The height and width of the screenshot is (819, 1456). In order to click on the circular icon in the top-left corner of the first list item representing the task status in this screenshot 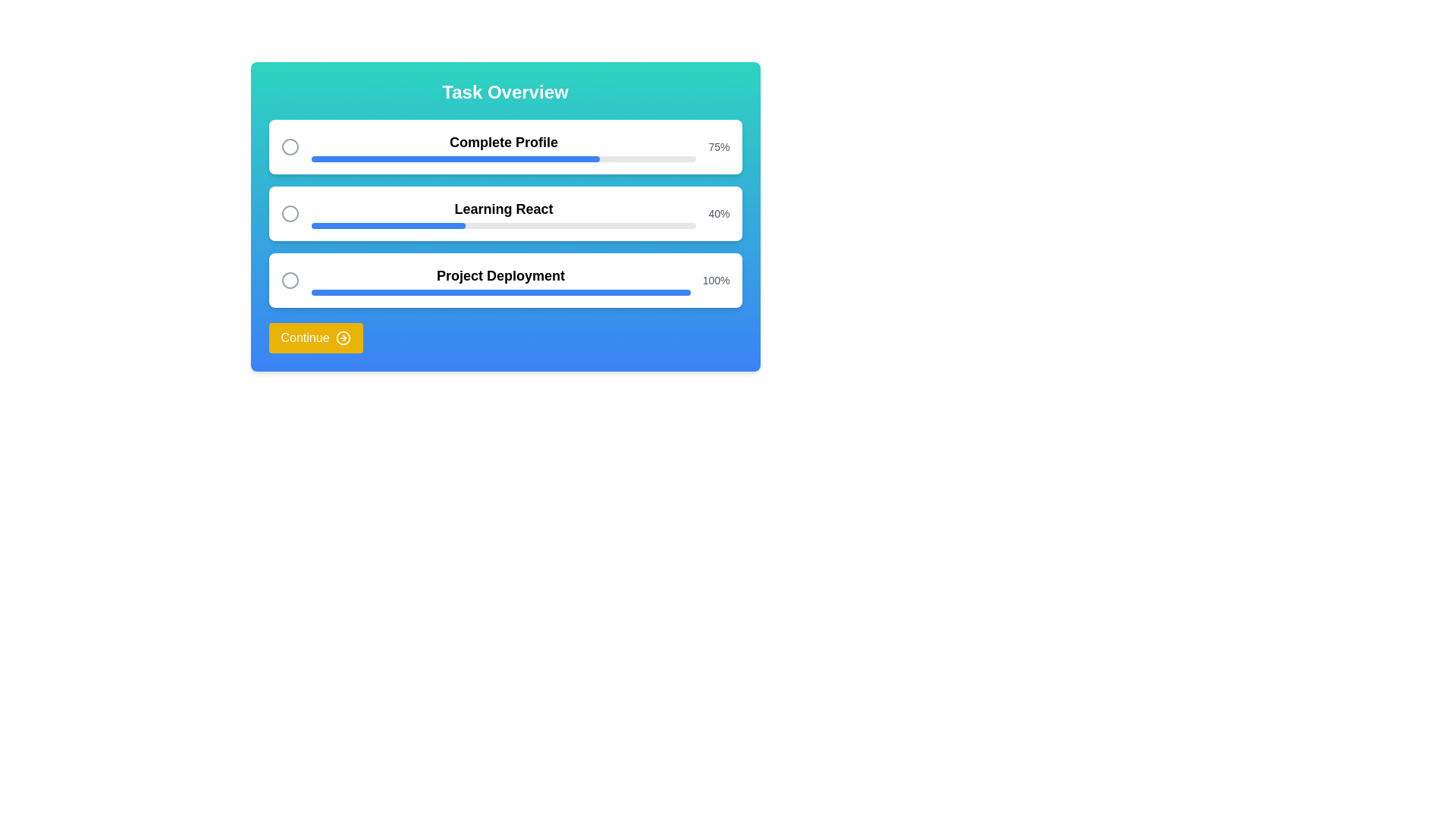, I will do `click(290, 146)`.